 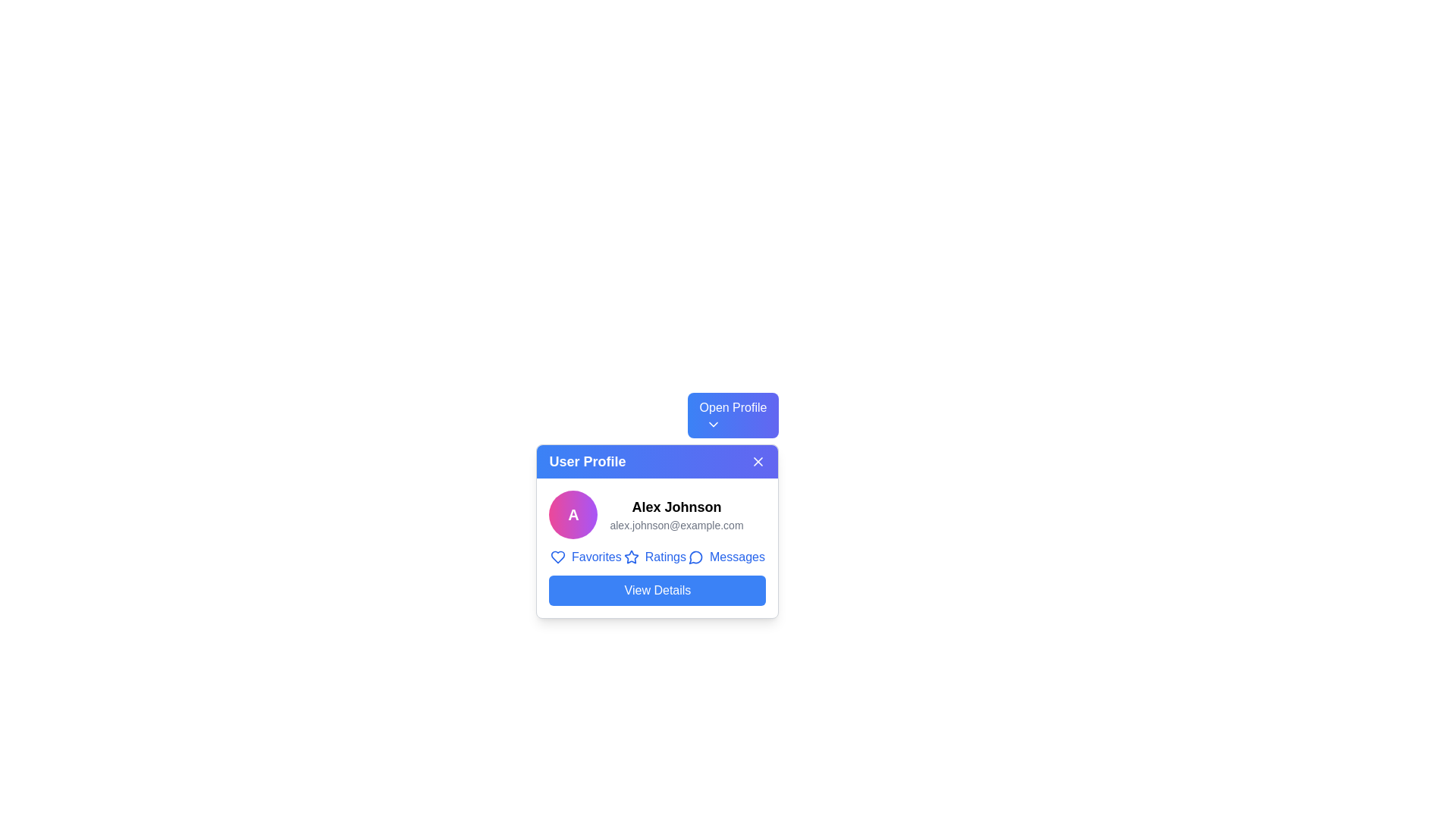 I want to click on the close button located in the top-right corner of the 'User Profile' header, so click(x=758, y=461).